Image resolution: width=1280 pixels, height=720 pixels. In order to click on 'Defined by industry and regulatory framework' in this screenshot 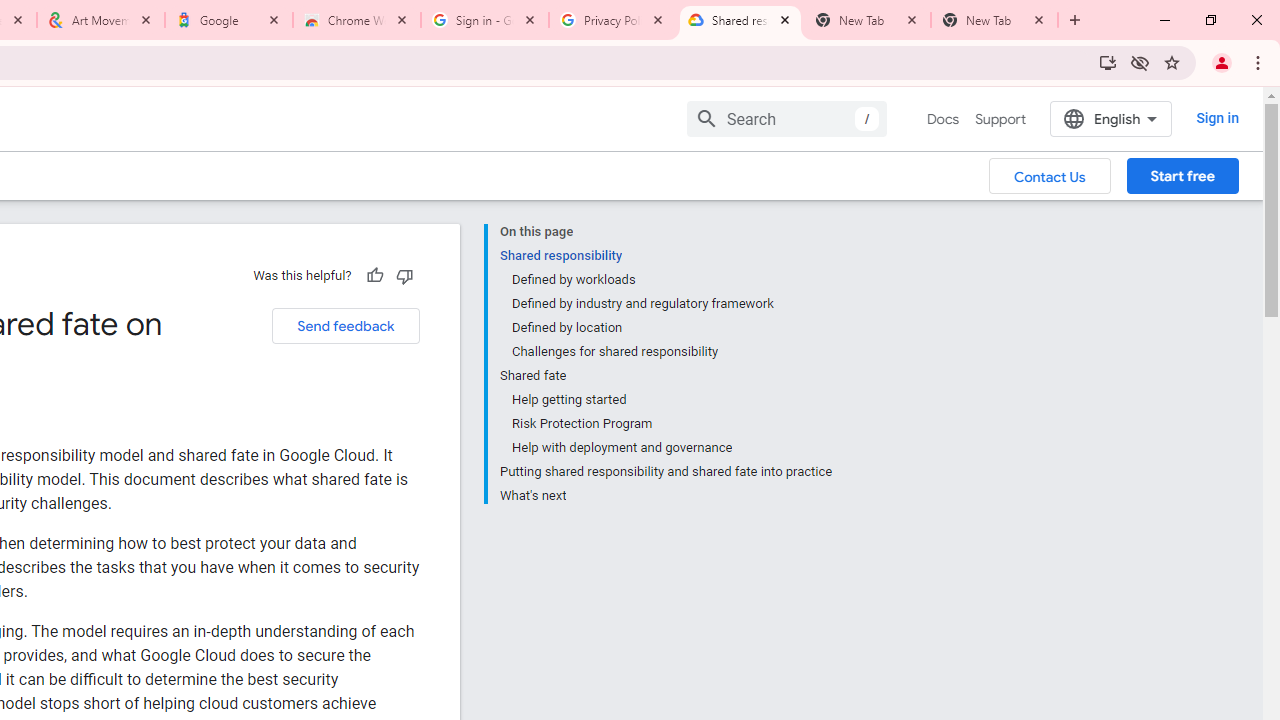, I will do `click(671, 304)`.